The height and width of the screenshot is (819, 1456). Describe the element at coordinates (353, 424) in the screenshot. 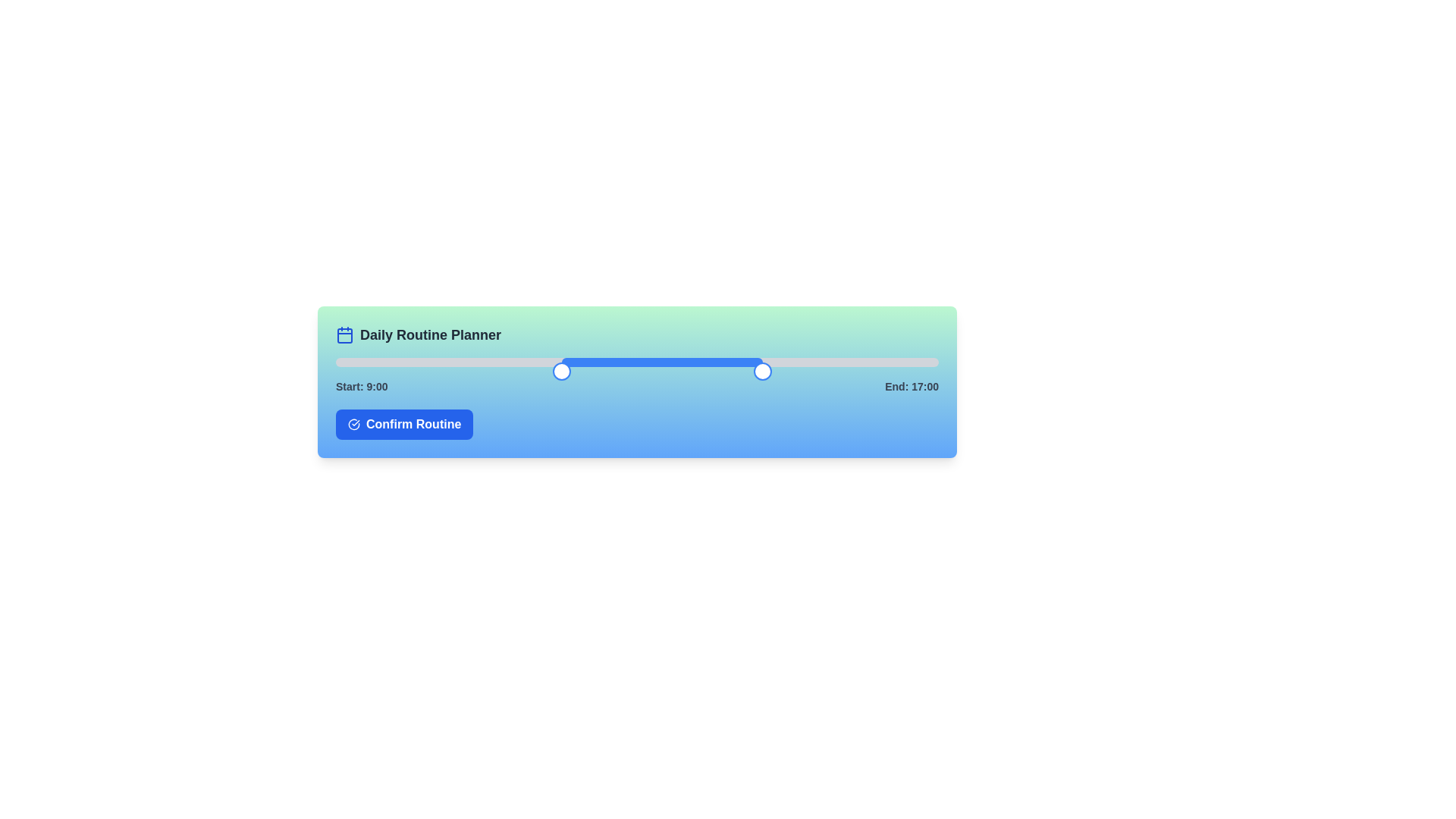

I see `the status indicator icon located to the left of the 'Confirm Routine' button, which serves as a confirmation or completed state indicator` at that location.